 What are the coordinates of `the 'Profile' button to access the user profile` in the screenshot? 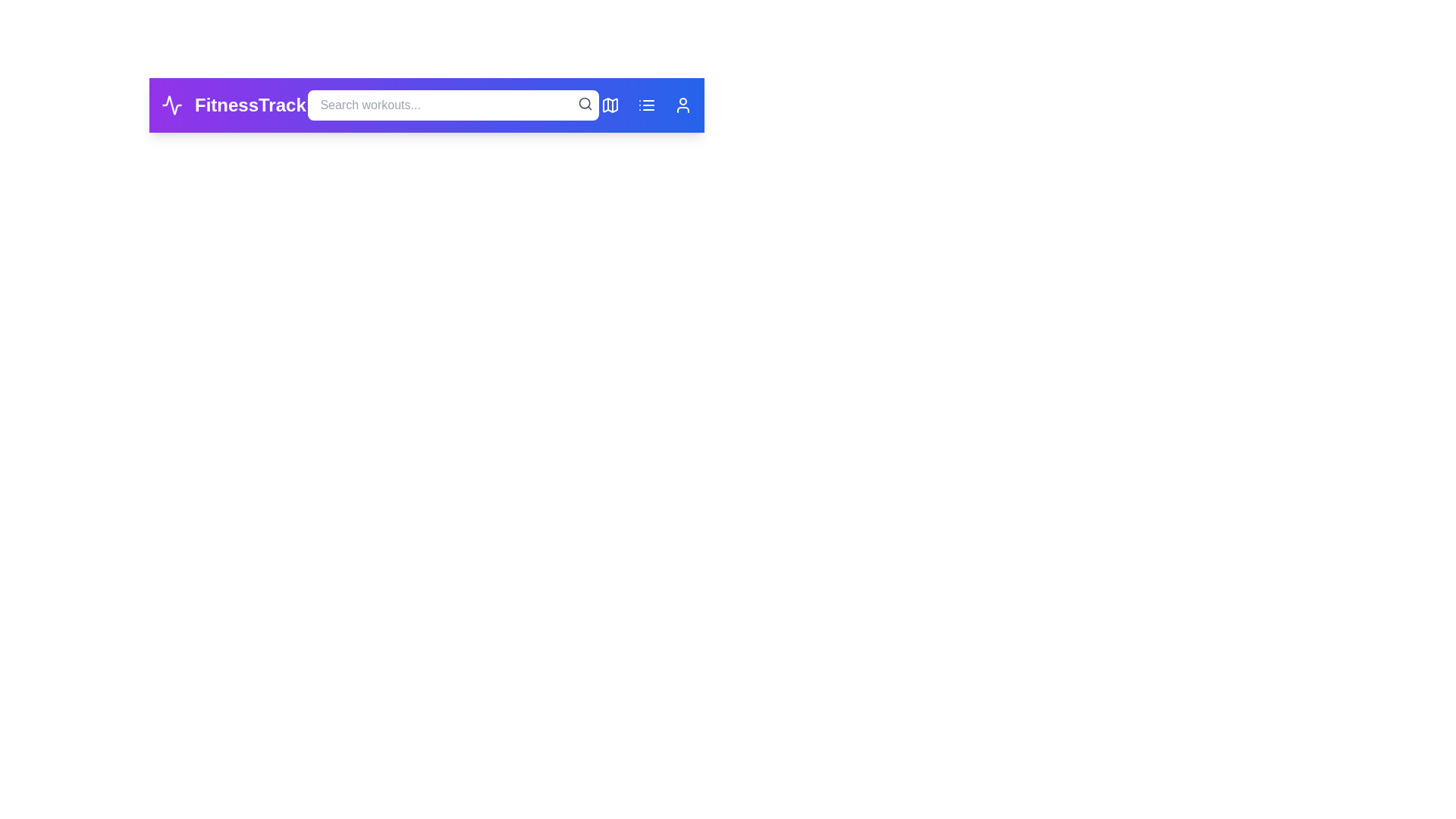 It's located at (682, 104).